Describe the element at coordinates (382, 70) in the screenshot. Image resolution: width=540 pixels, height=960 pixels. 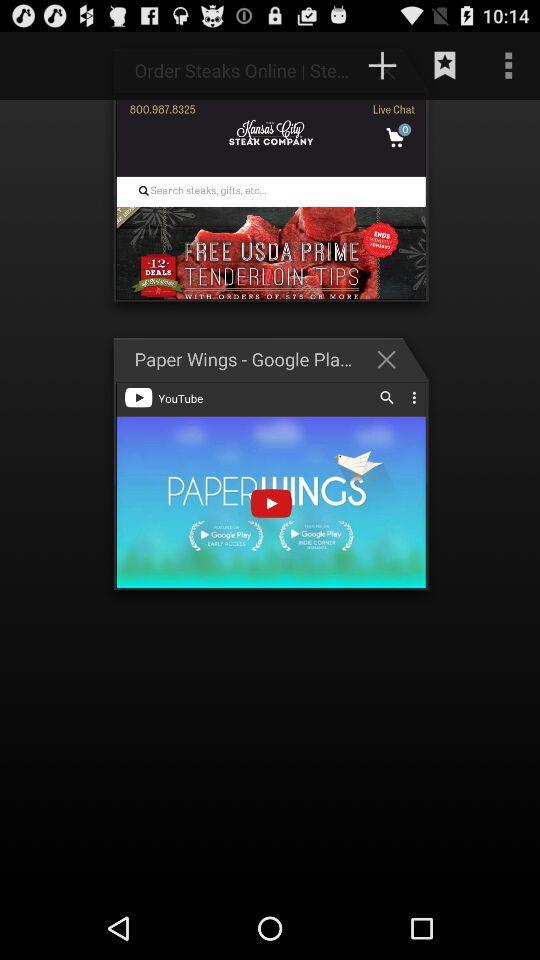
I see `the add icon` at that location.